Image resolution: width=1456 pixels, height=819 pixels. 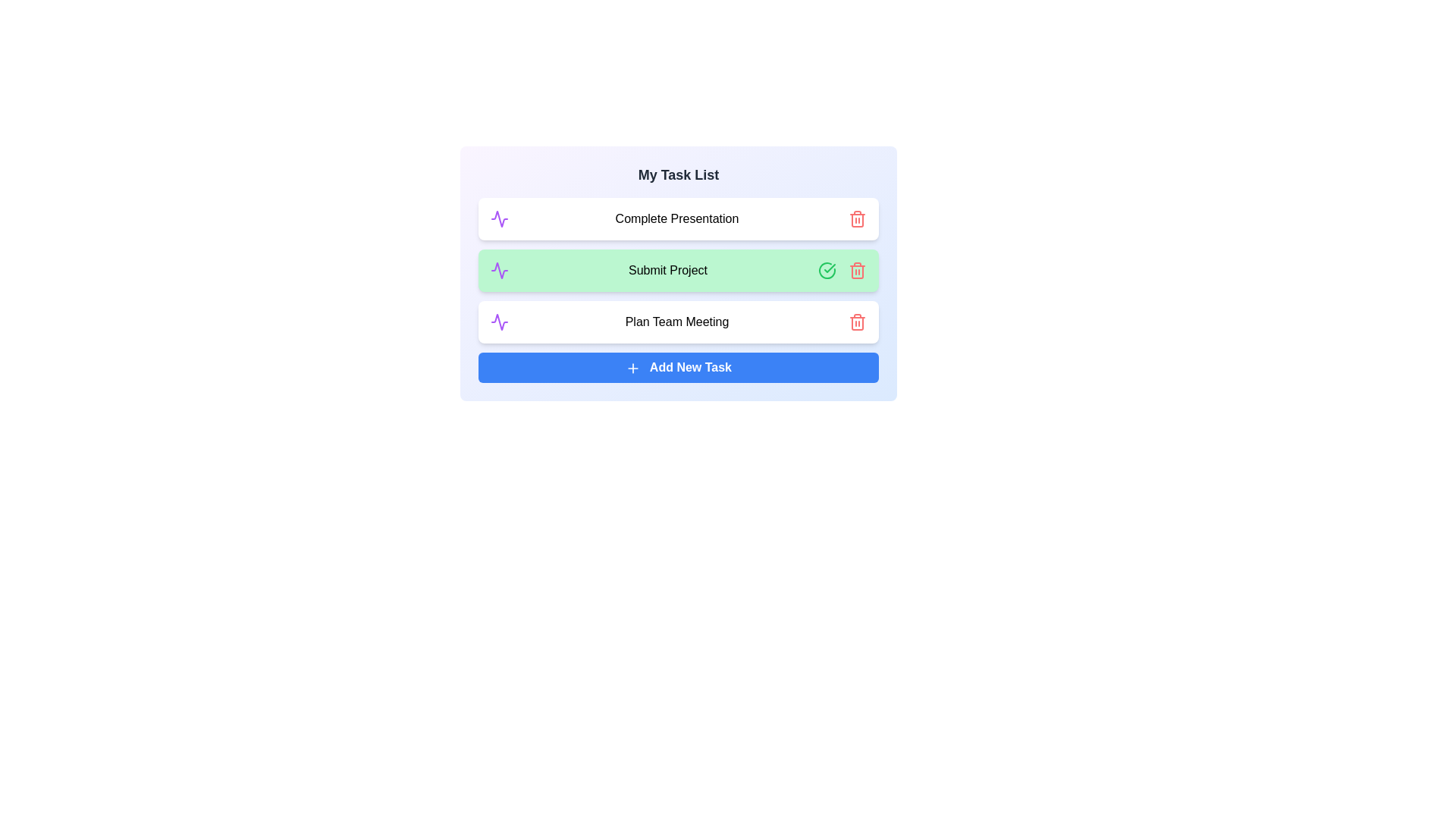 I want to click on the trash icon next to the task named Complete Presentation to delete it, so click(x=858, y=219).